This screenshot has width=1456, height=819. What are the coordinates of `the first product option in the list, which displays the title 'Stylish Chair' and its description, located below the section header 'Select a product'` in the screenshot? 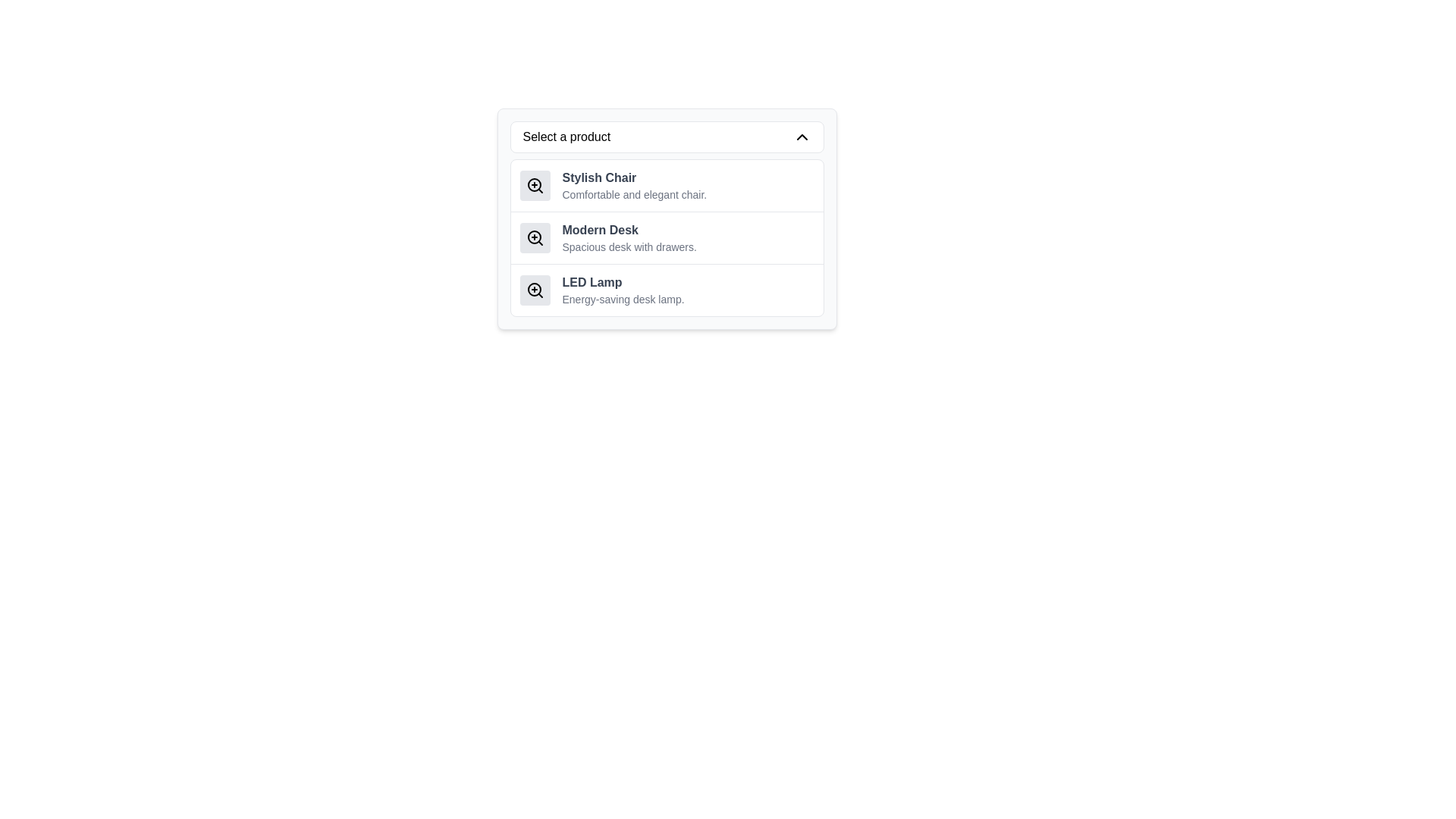 It's located at (634, 185).